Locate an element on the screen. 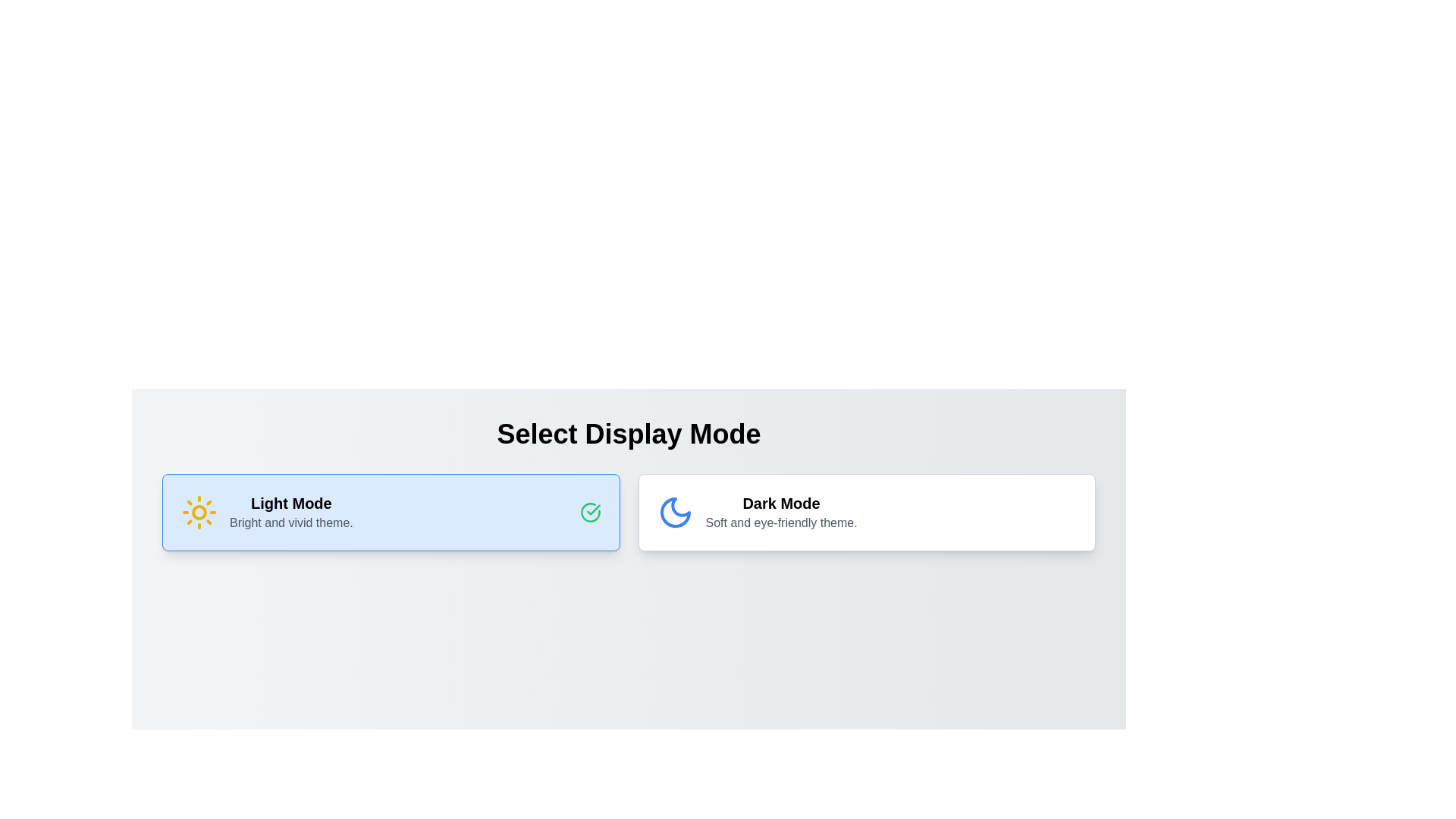  the 'Light Mode' icon located within the leftmost selection card in the 'Select Display Mode' section, positioned to the left of the text content is located at coordinates (199, 512).